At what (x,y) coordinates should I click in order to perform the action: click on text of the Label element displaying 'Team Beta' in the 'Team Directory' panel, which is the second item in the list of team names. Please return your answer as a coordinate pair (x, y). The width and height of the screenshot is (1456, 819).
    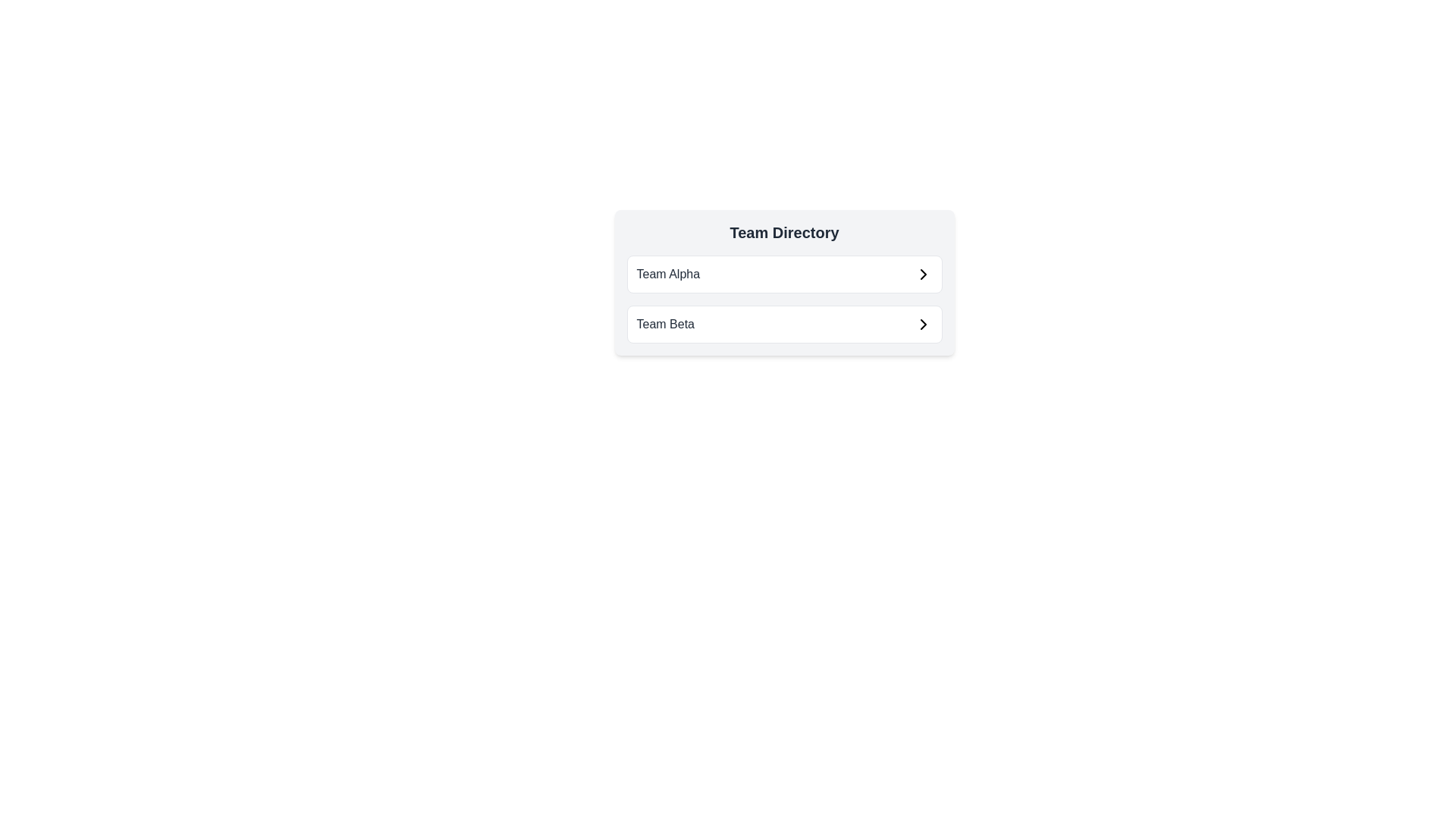
    Looking at the image, I should click on (665, 324).